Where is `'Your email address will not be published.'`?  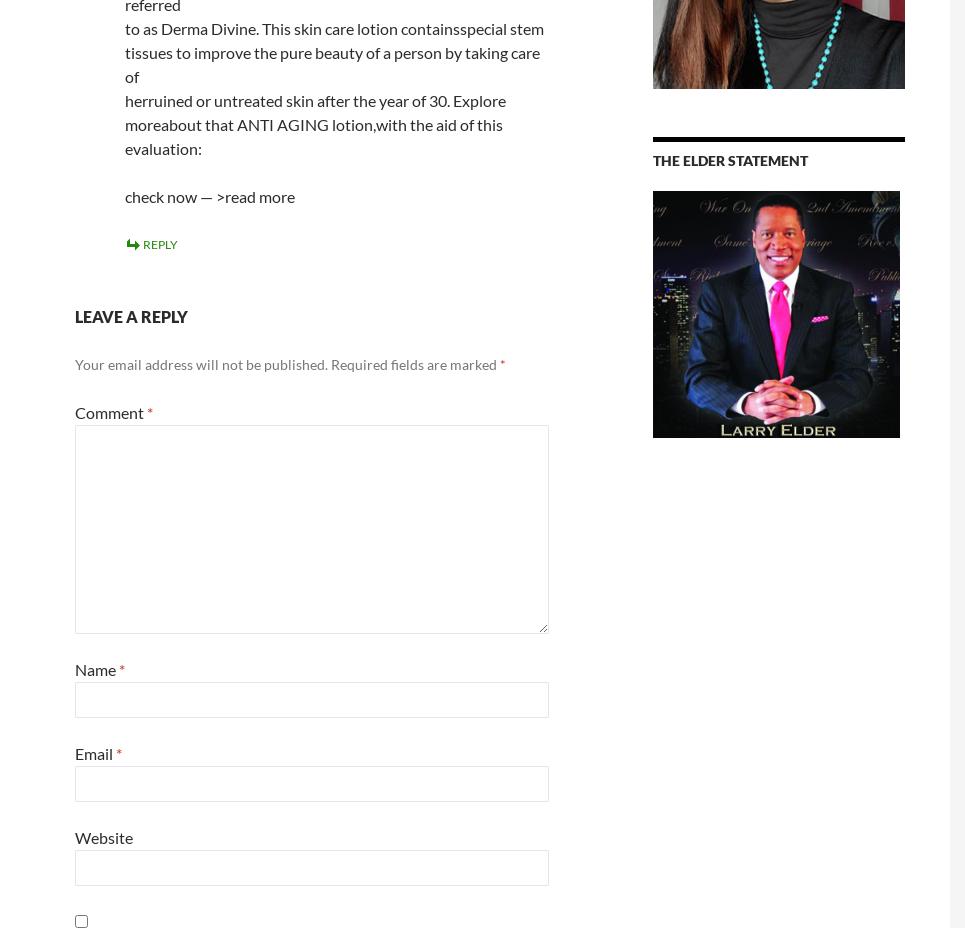 'Your email address will not be published.' is located at coordinates (200, 364).